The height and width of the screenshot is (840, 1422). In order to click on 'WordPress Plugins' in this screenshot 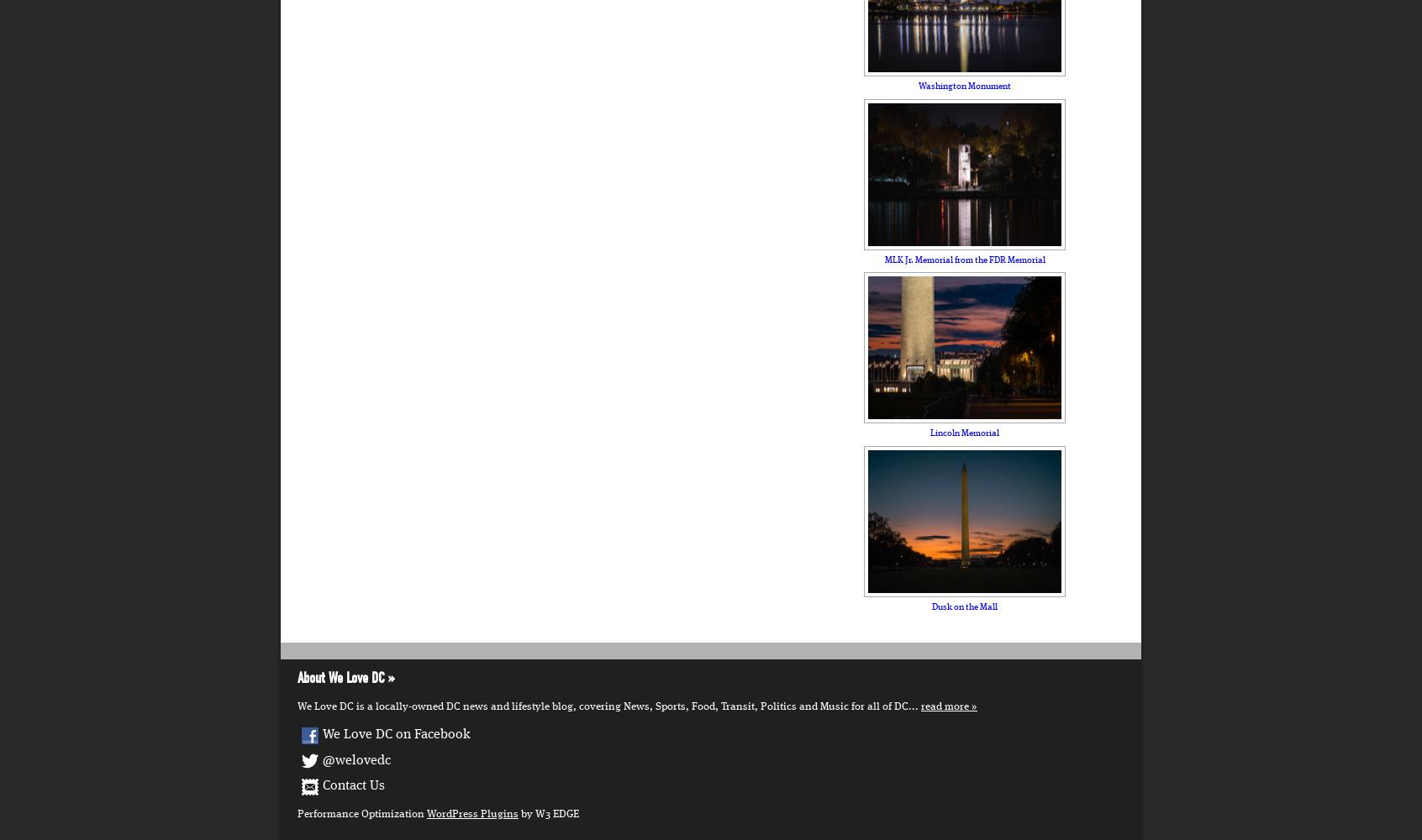, I will do `click(472, 812)`.